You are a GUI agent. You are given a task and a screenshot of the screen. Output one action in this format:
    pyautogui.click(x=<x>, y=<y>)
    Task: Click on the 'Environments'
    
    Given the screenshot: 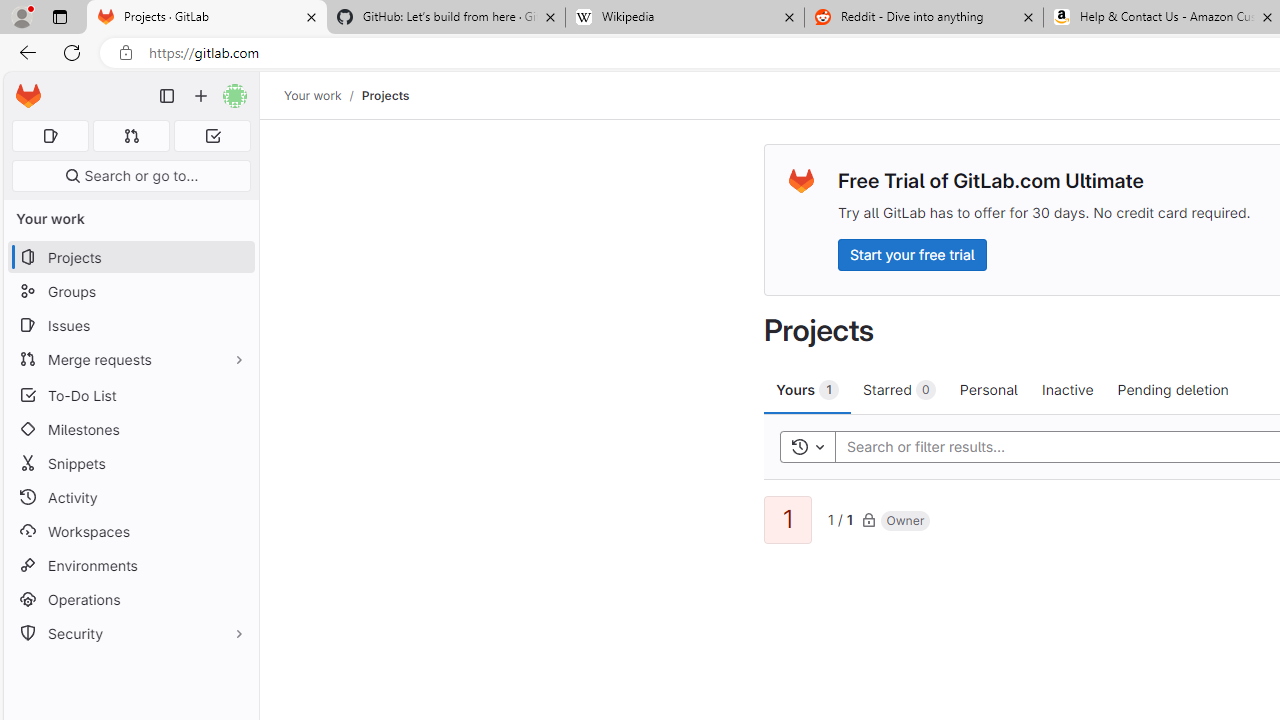 What is the action you would take?
    pyautogui.click(x=130, y=565)
    